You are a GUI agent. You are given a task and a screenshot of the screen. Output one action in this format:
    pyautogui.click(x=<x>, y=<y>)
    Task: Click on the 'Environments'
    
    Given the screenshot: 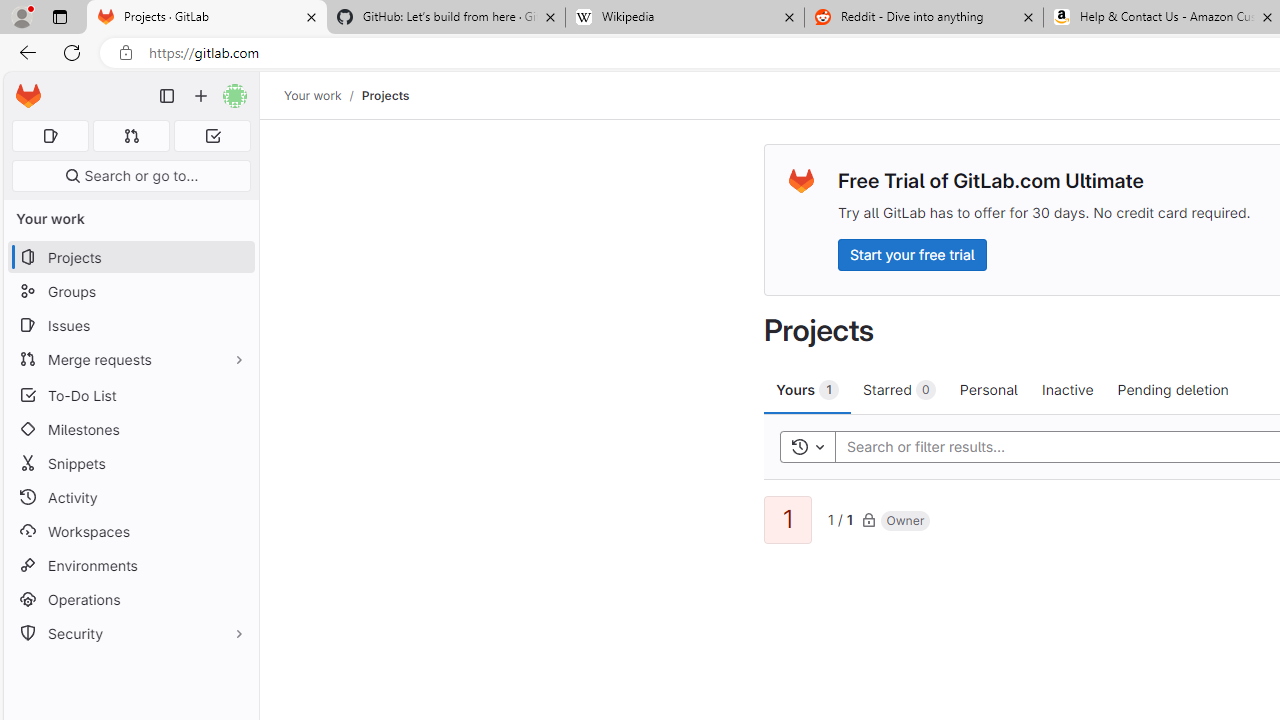 What is the action you would take?
    pyautogui.click(x=130, y=565)
    